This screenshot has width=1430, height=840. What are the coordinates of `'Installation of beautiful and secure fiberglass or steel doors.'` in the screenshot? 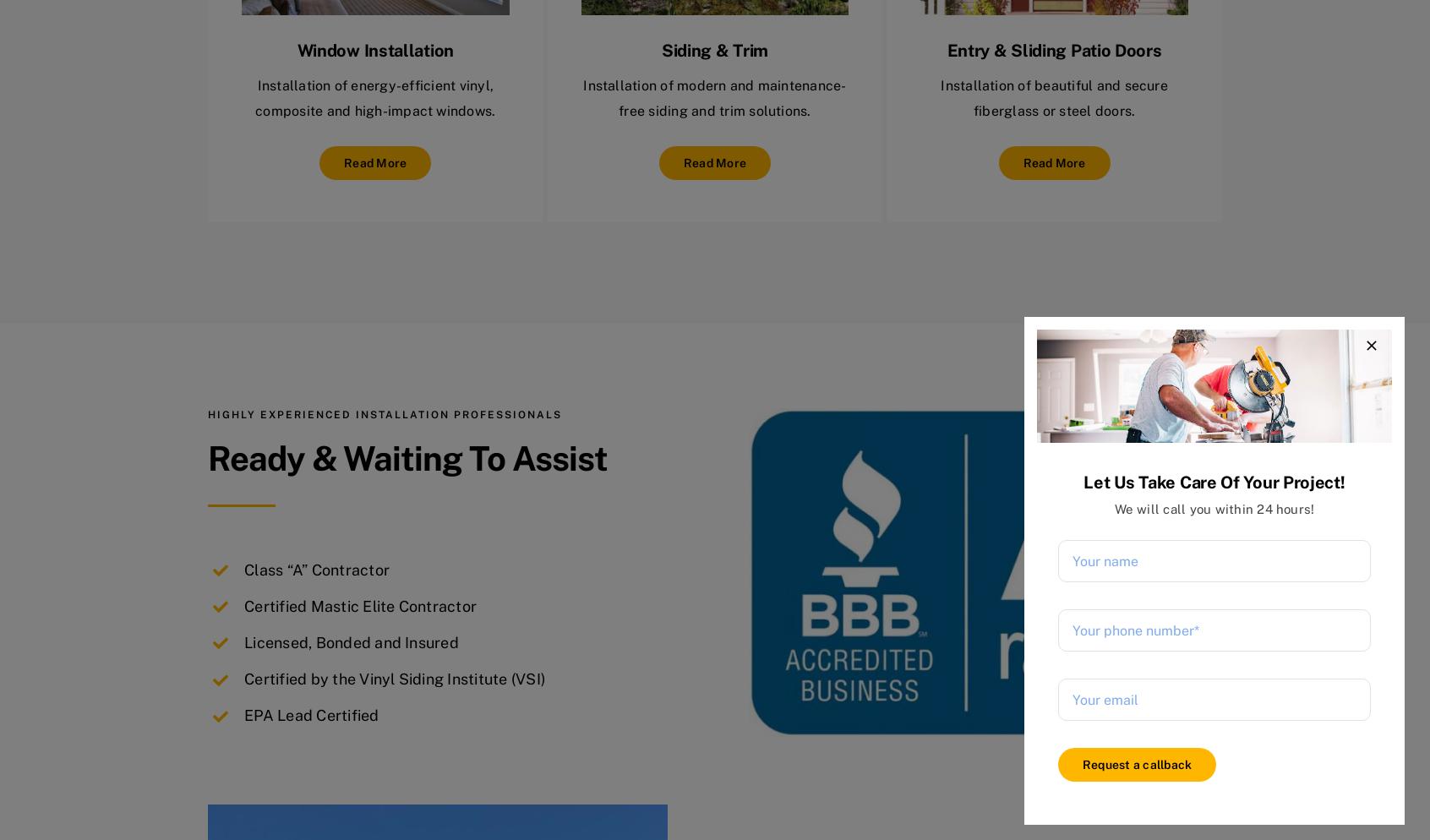 It's located at (940, 96).